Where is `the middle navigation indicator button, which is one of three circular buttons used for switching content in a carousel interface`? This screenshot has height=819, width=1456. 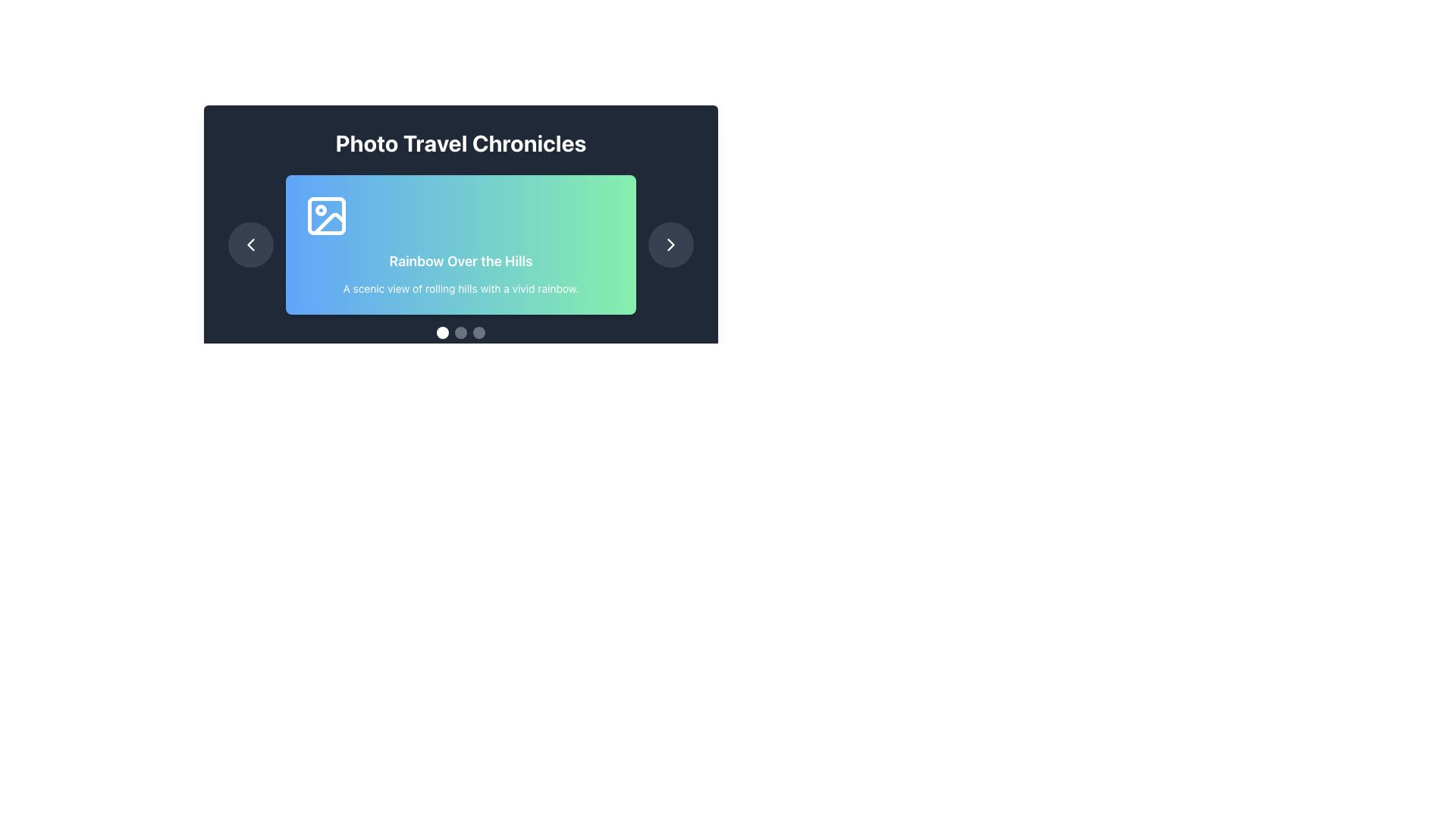 the middle navigation indicator button, which is one of three circular buttons used for switching content in a carousel interface is located at coordinates (460, 332).